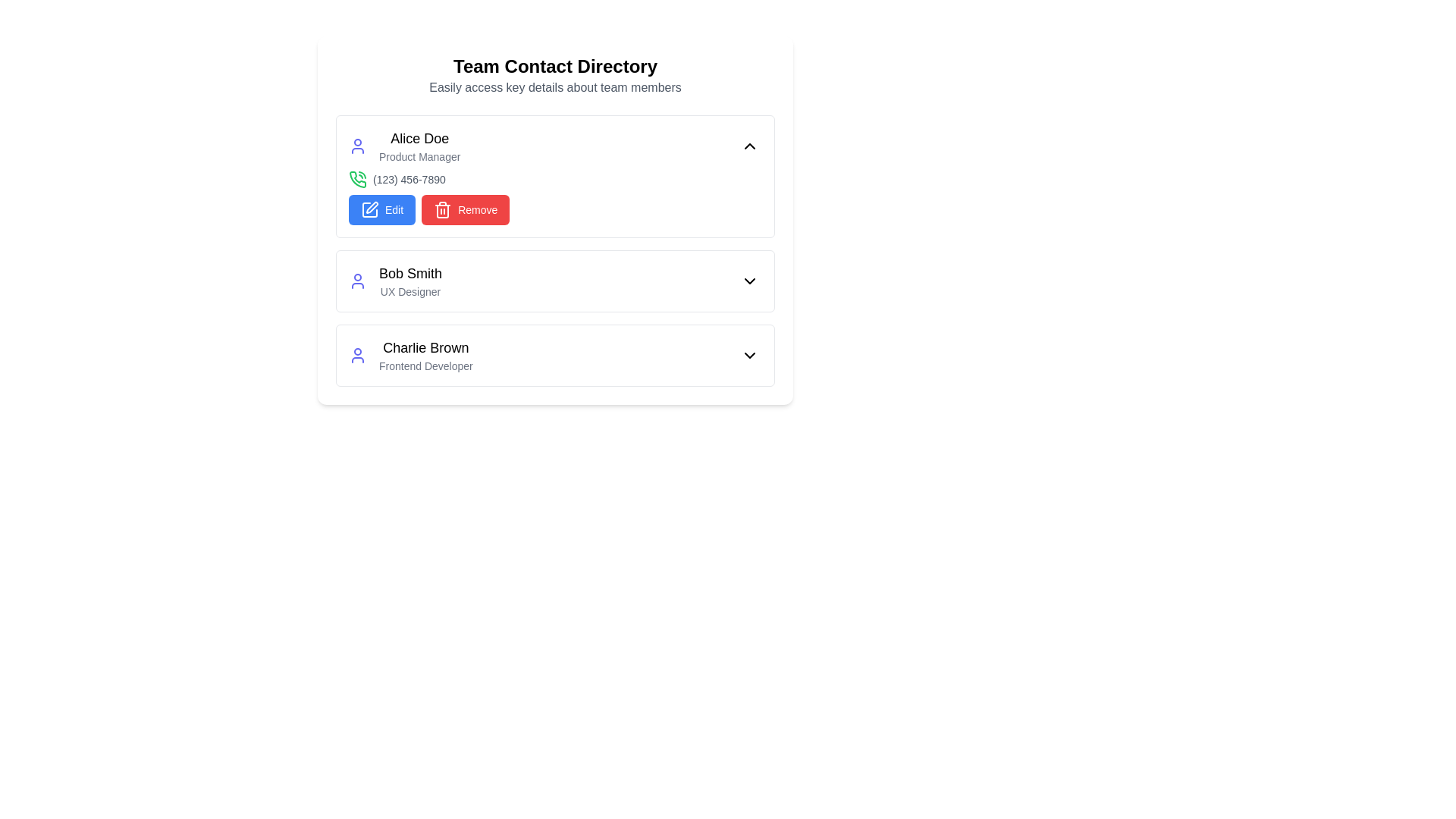 Image resolution: width=1456 pixels, height=819 pixels. Describe the element at coordinates (356, 356) in the screenshot. I see `the user-related icon adjacent to the left of the text 'Charlie Brown' and above 'Frontend Developer'` at that location.